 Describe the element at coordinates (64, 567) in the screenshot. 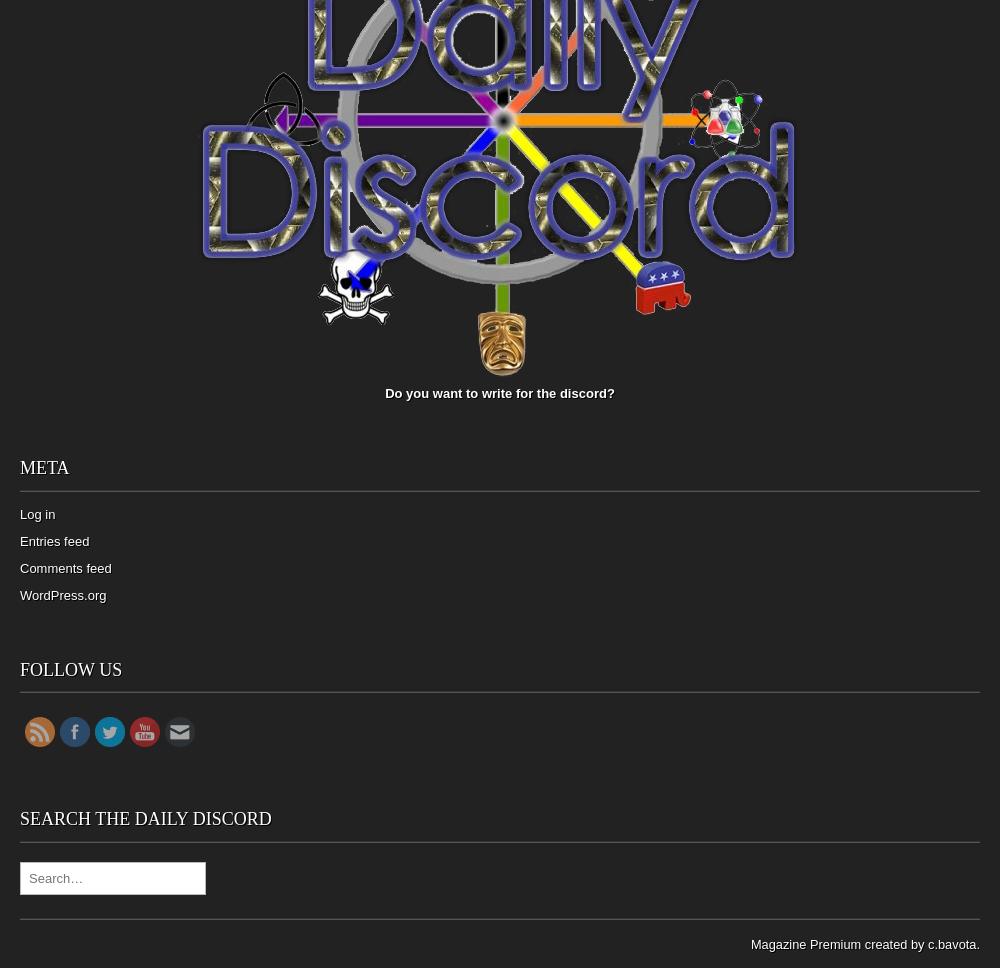

I see `'Comments feed'` at that location.